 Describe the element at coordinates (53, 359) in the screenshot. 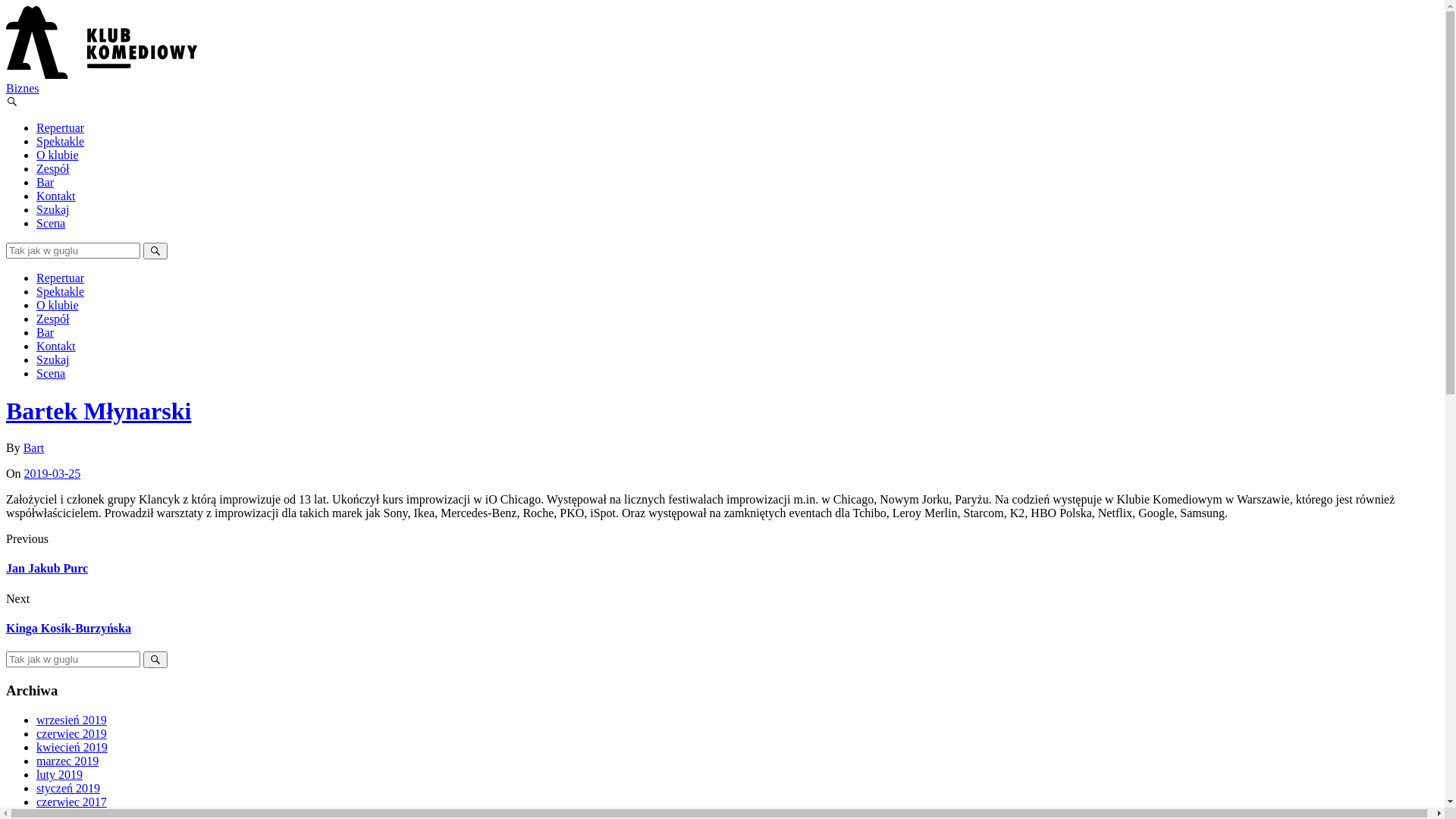

I see `'Szukaj'` at that location.